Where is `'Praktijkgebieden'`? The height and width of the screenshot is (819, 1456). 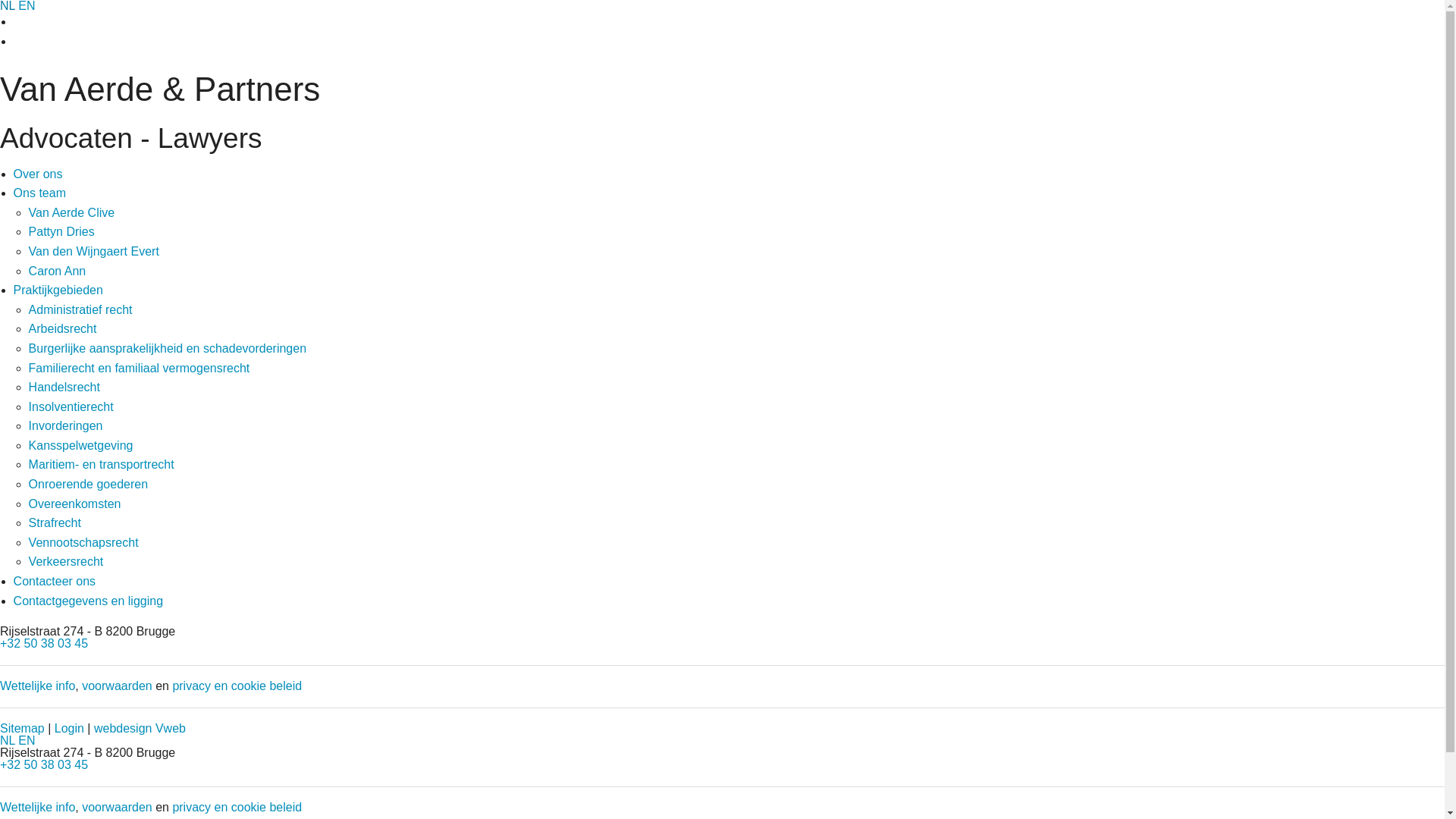 'Praktijkgebieden' is located at coordinates (58, 290).